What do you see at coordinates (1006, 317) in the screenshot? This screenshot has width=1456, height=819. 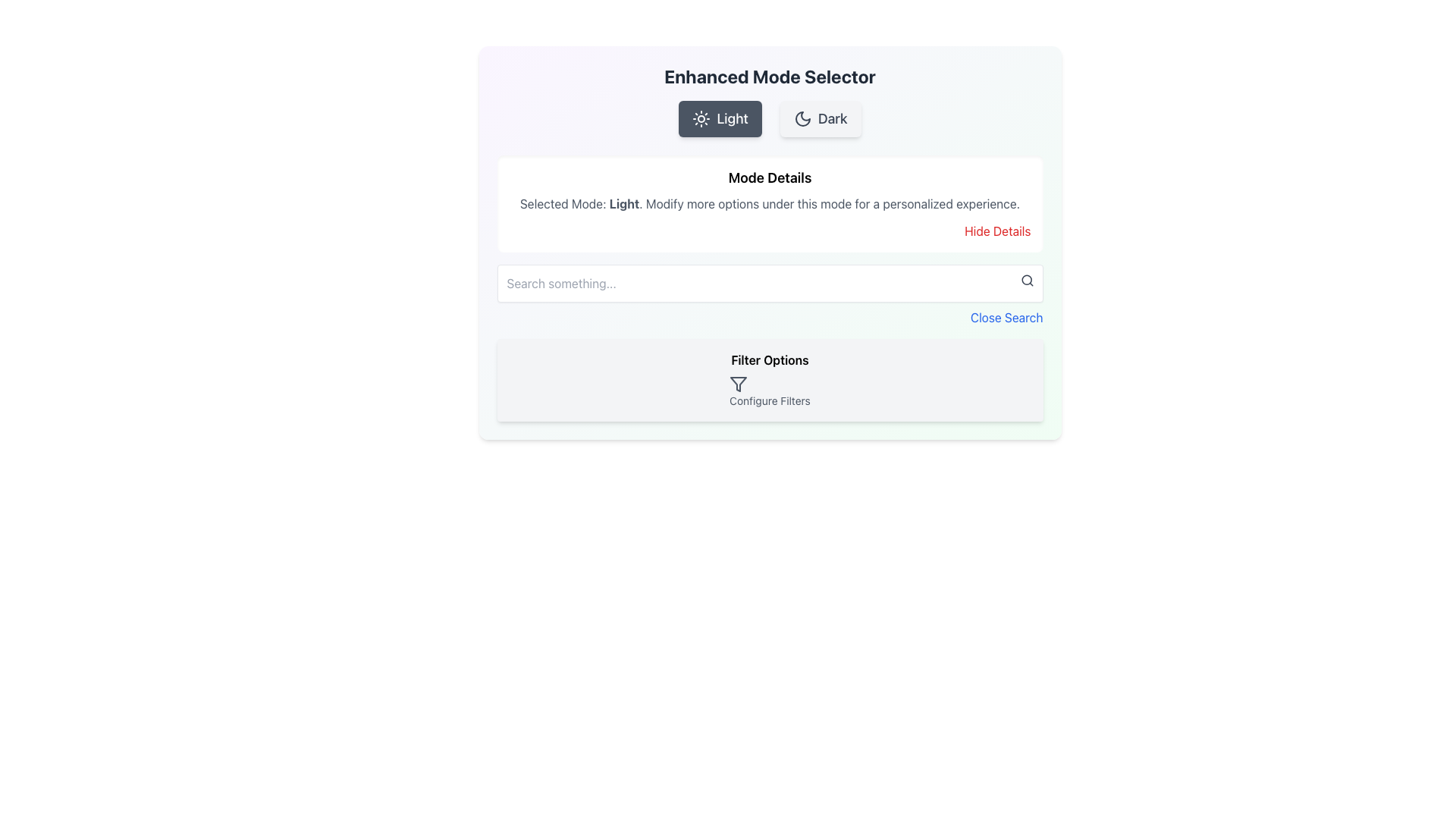 I see `the text-based hyperlink styled as a button located in the lower-right corner below the search bar` at bounding box center [1006, 317].